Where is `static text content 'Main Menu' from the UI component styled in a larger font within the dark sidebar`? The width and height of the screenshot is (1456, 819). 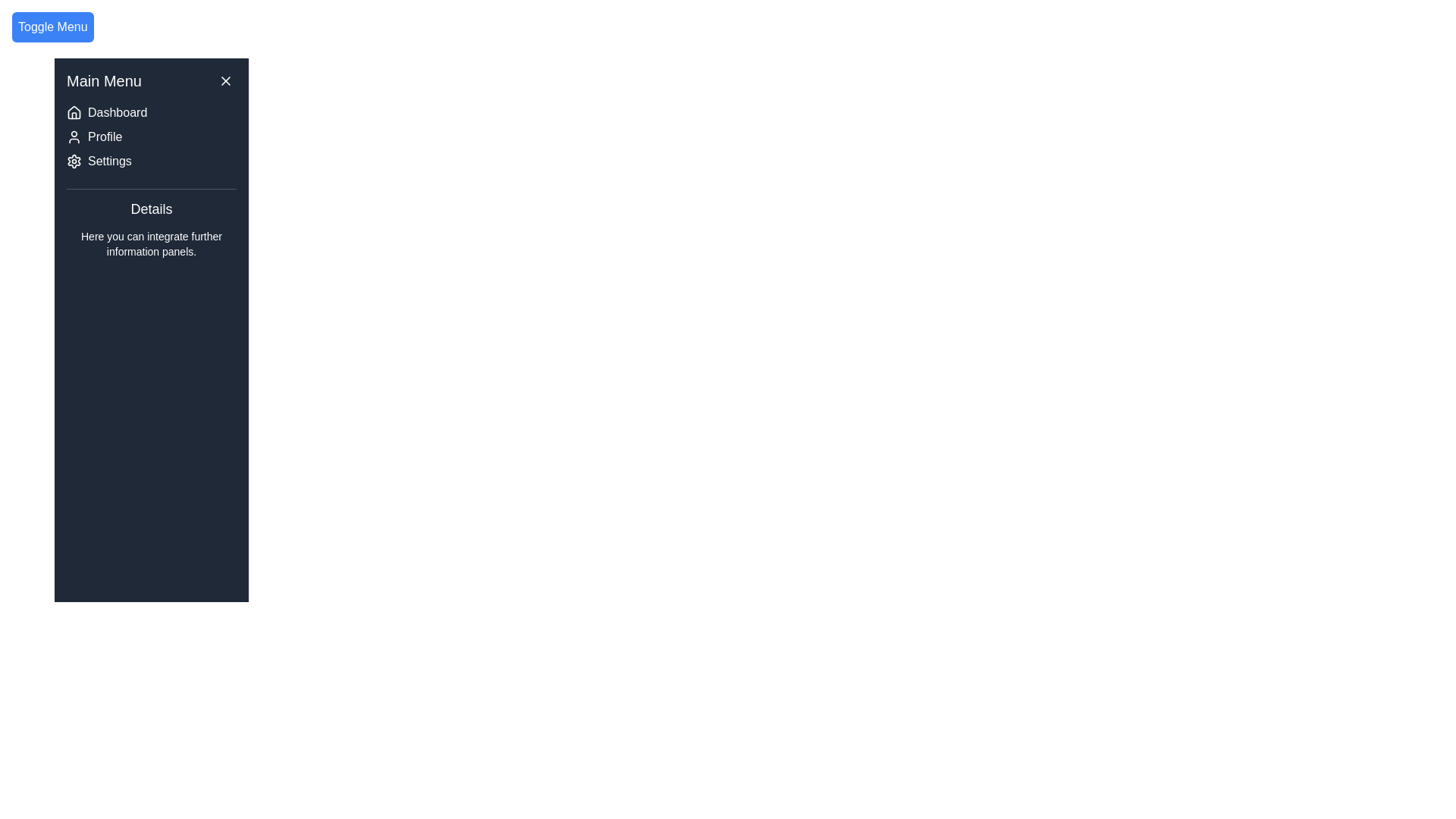
static text content 'Main Menu' from the UI component styled in a larger font within the dark sidebar is located at coordinates (103, 81).